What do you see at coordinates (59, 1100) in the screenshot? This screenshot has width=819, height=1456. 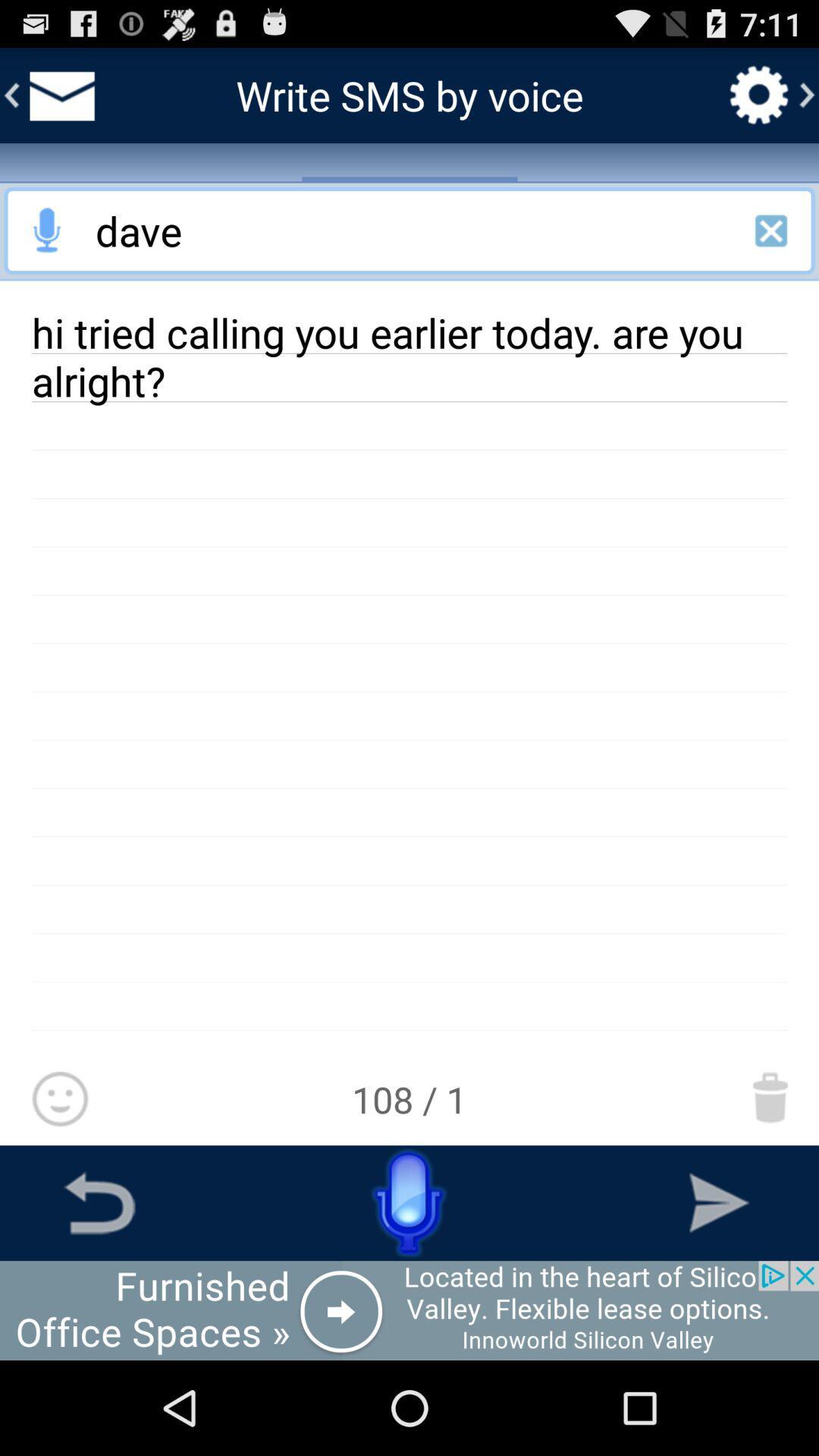 I see `an emoji` at bounding box center [59, 1100].